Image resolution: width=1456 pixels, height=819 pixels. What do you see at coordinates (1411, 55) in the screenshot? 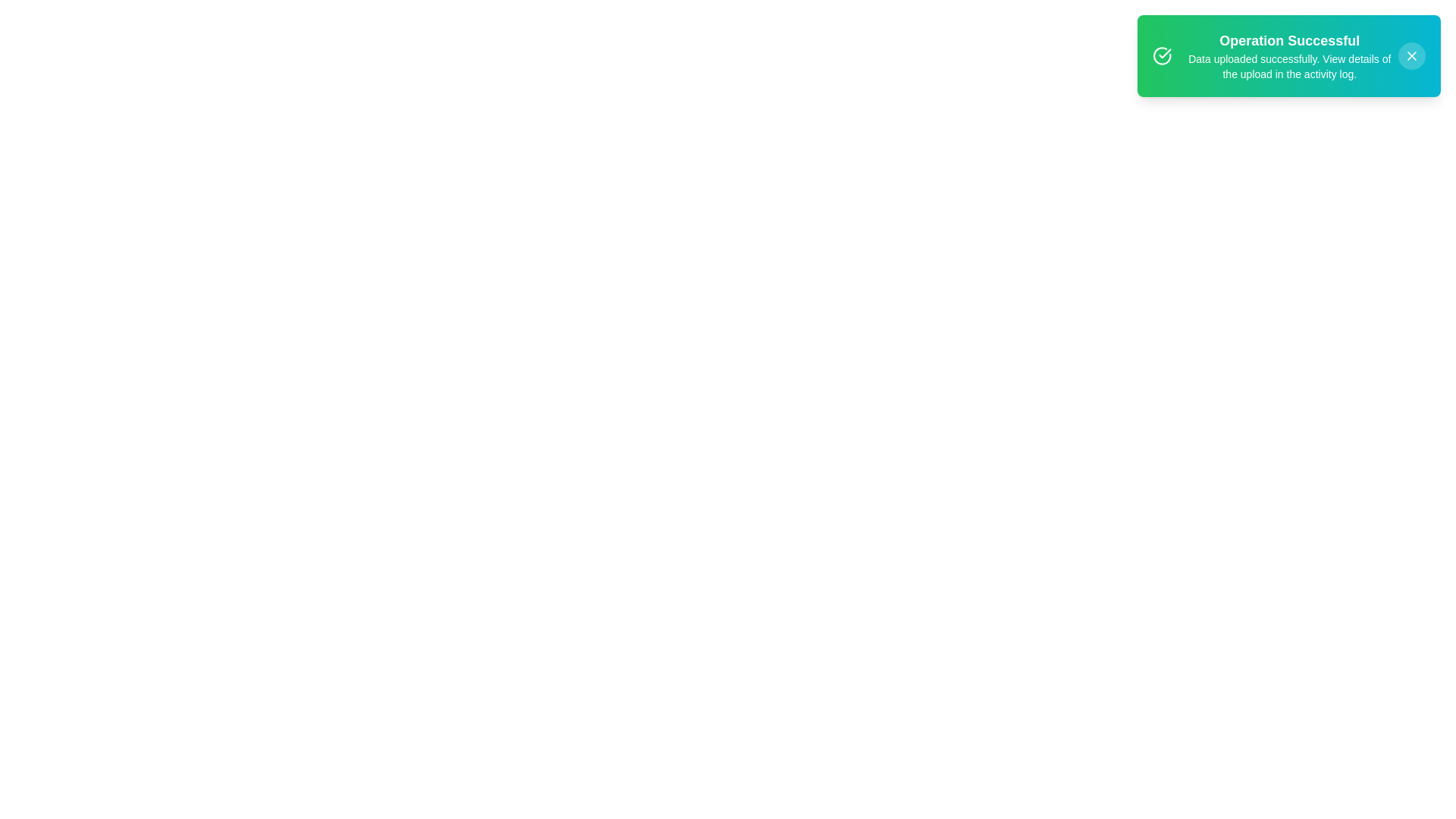
I see `the dismiss button located in the top-right corner of the notification box` at bounding box center [1411, 55].